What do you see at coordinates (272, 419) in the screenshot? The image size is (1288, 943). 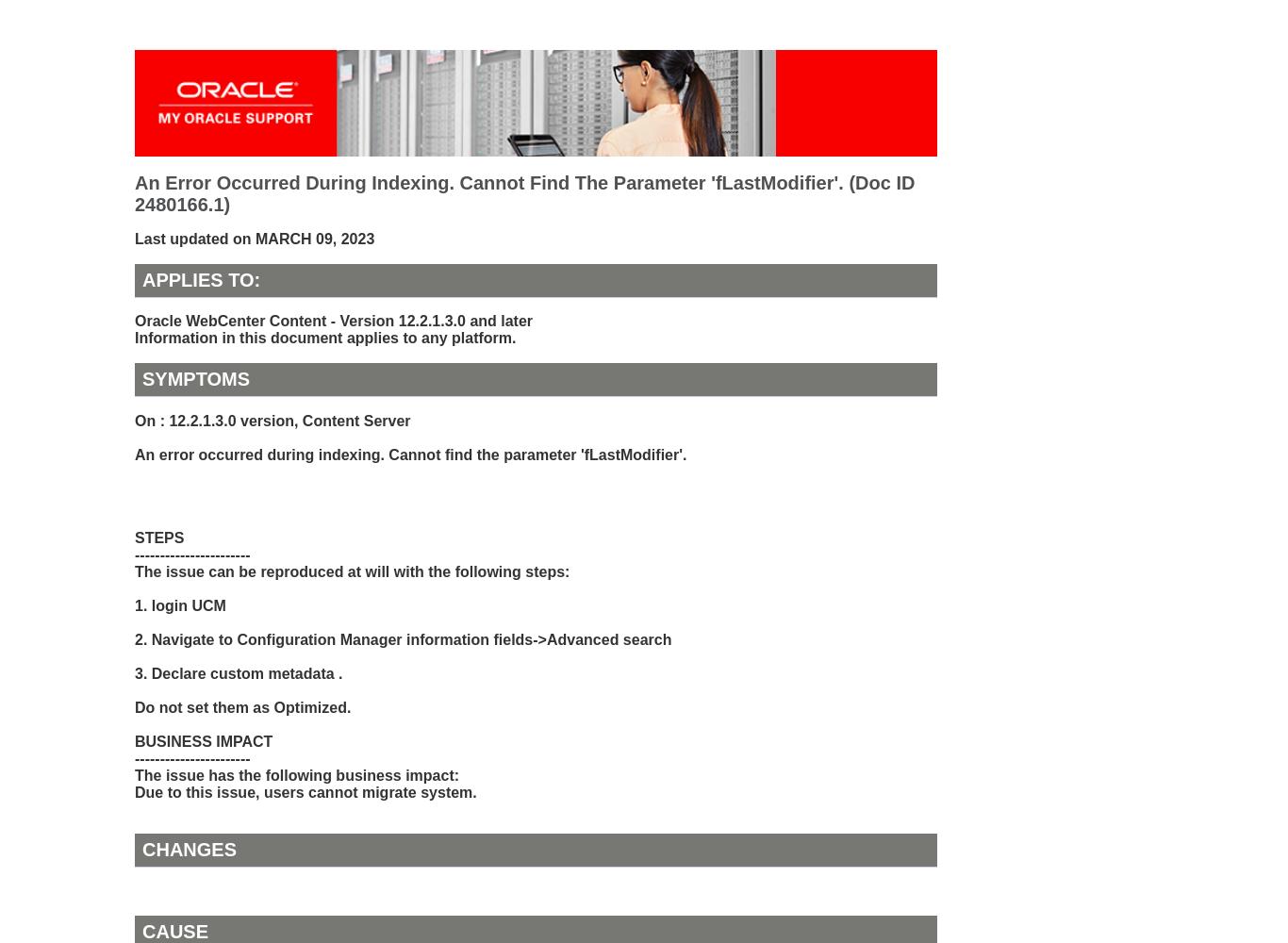 I see `'On : 12.2.1.3.0 version, Content Server'` at bounding box center [272, 419].